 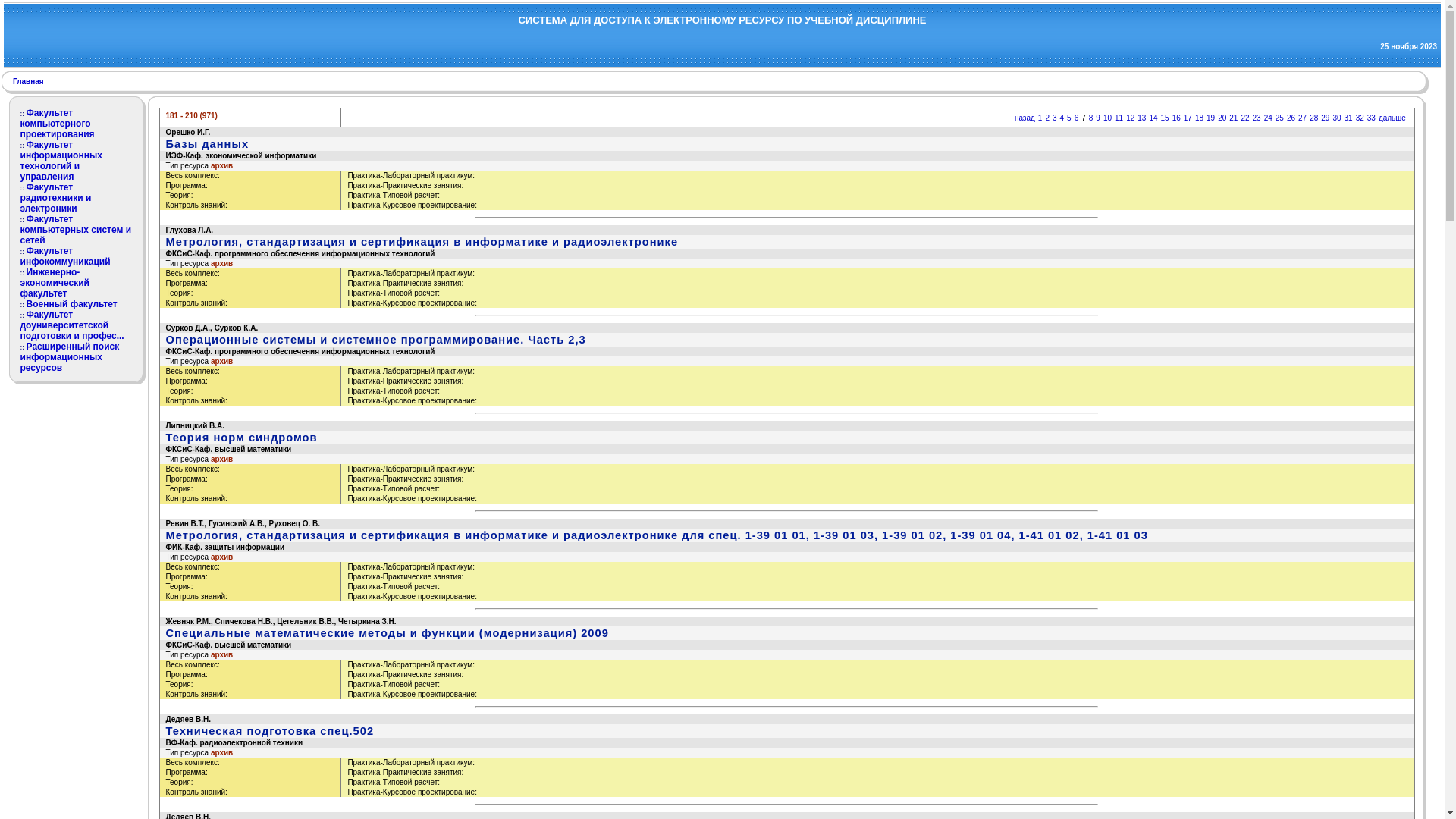 What do you see at coordinates (1290, 117) in the screenshot?
I see `'26'` at bounding box center [1290, 117].